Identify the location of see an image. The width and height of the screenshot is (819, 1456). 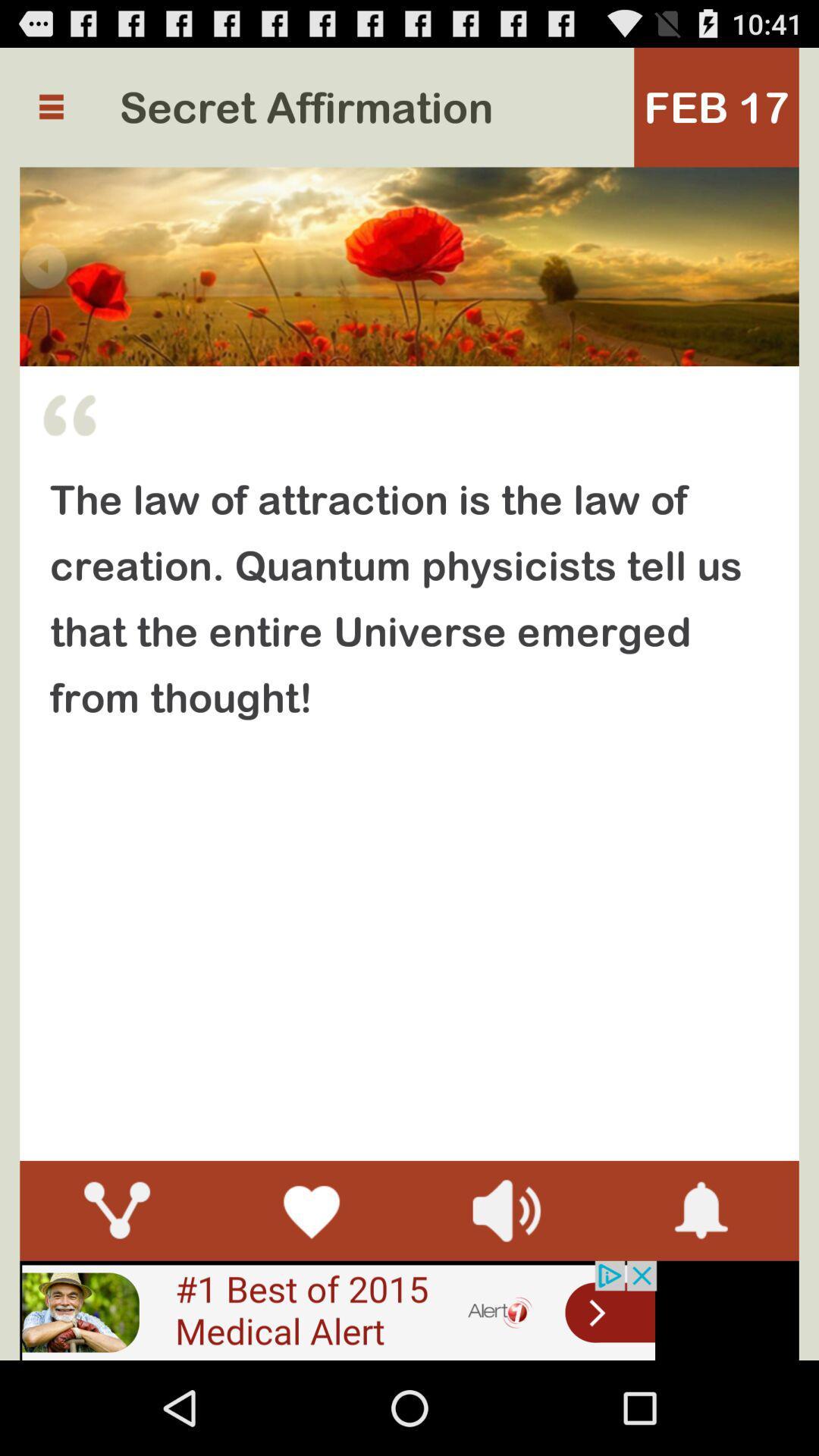
(337, 1310).